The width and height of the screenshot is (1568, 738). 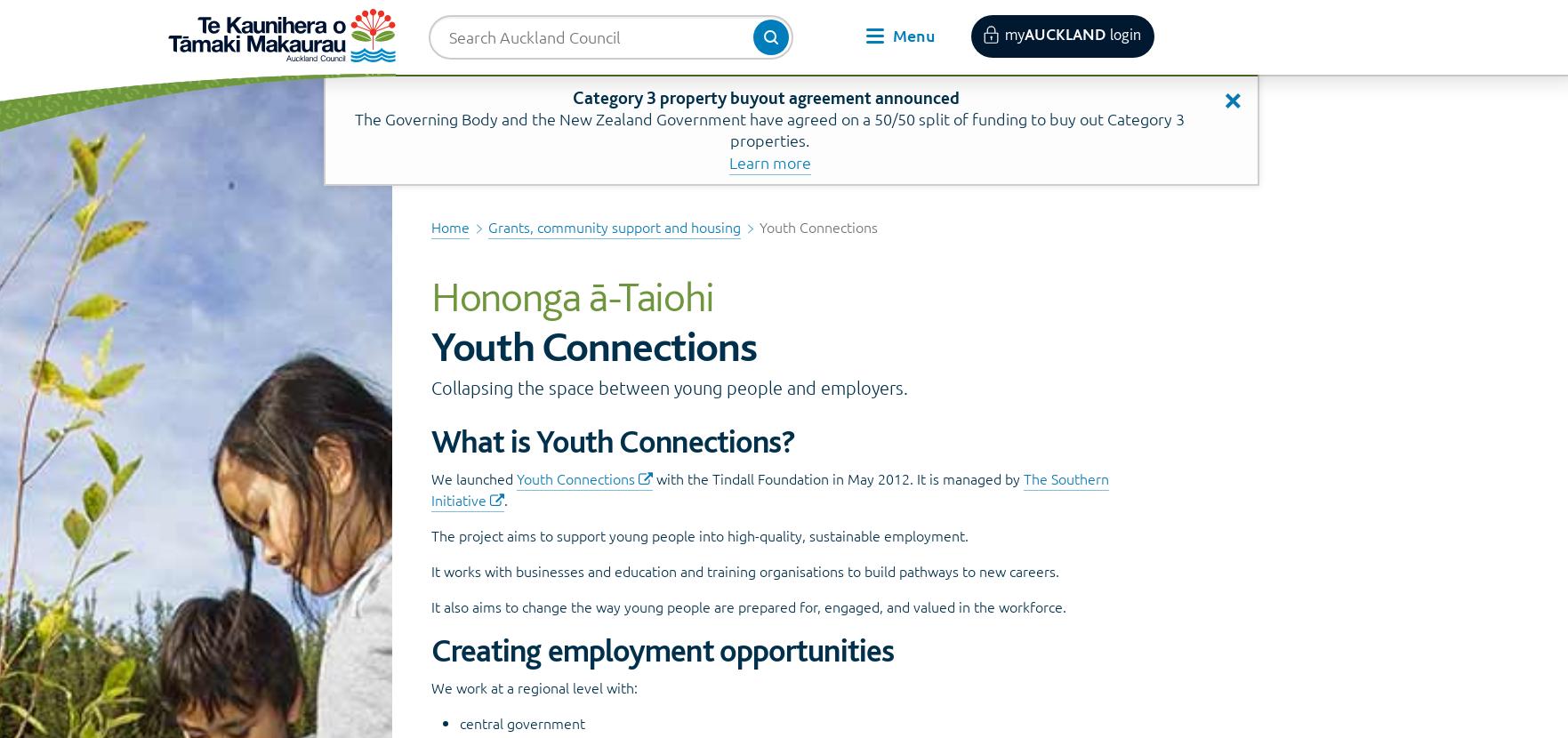 I want to click on '.', so click(x=508, y=498).